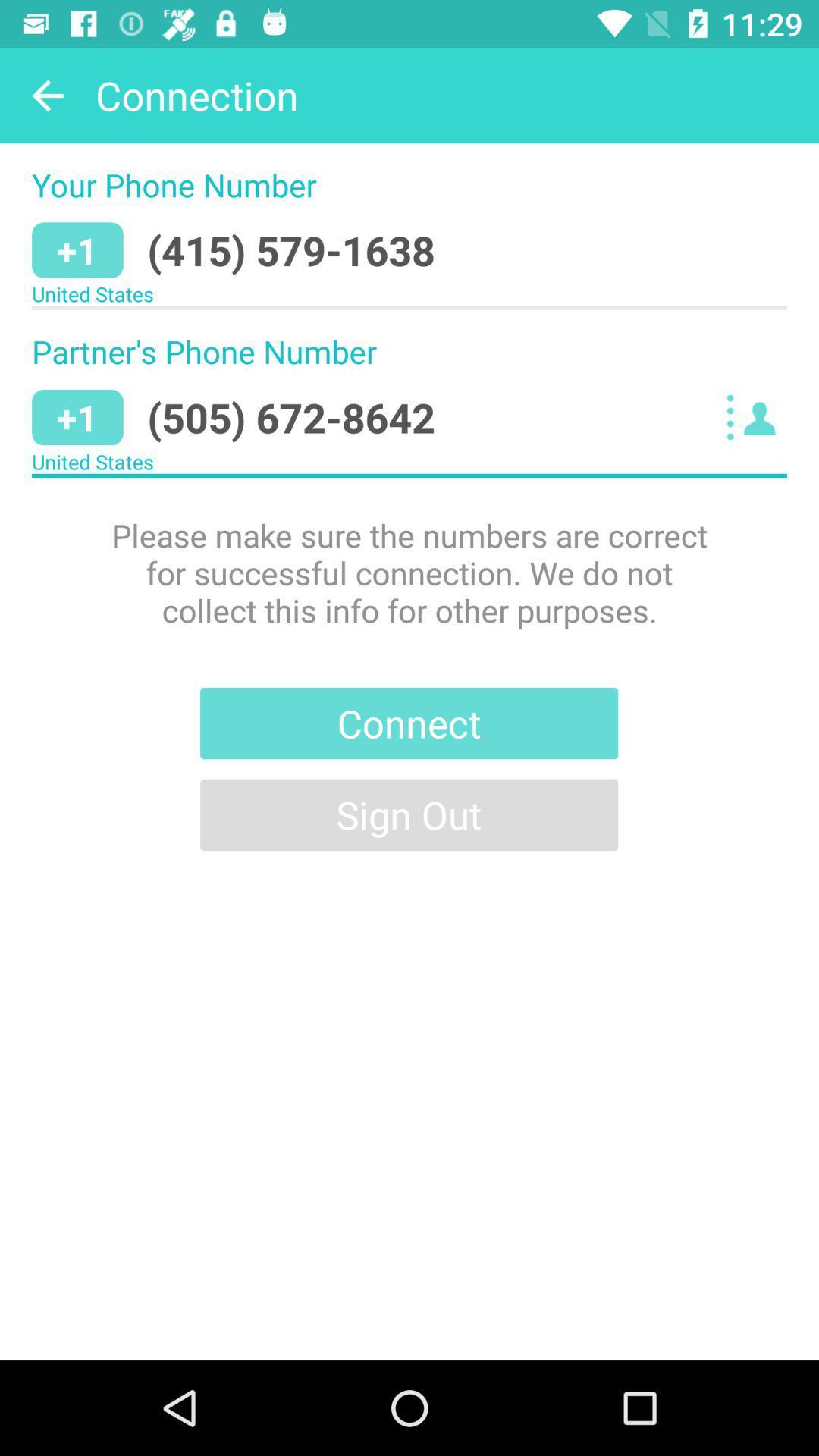 The height and width of the screenshot is (1456, 819). Describe the element at coordinates (291, 250) in the screenshot. I see `icon above united states icon` at that location.